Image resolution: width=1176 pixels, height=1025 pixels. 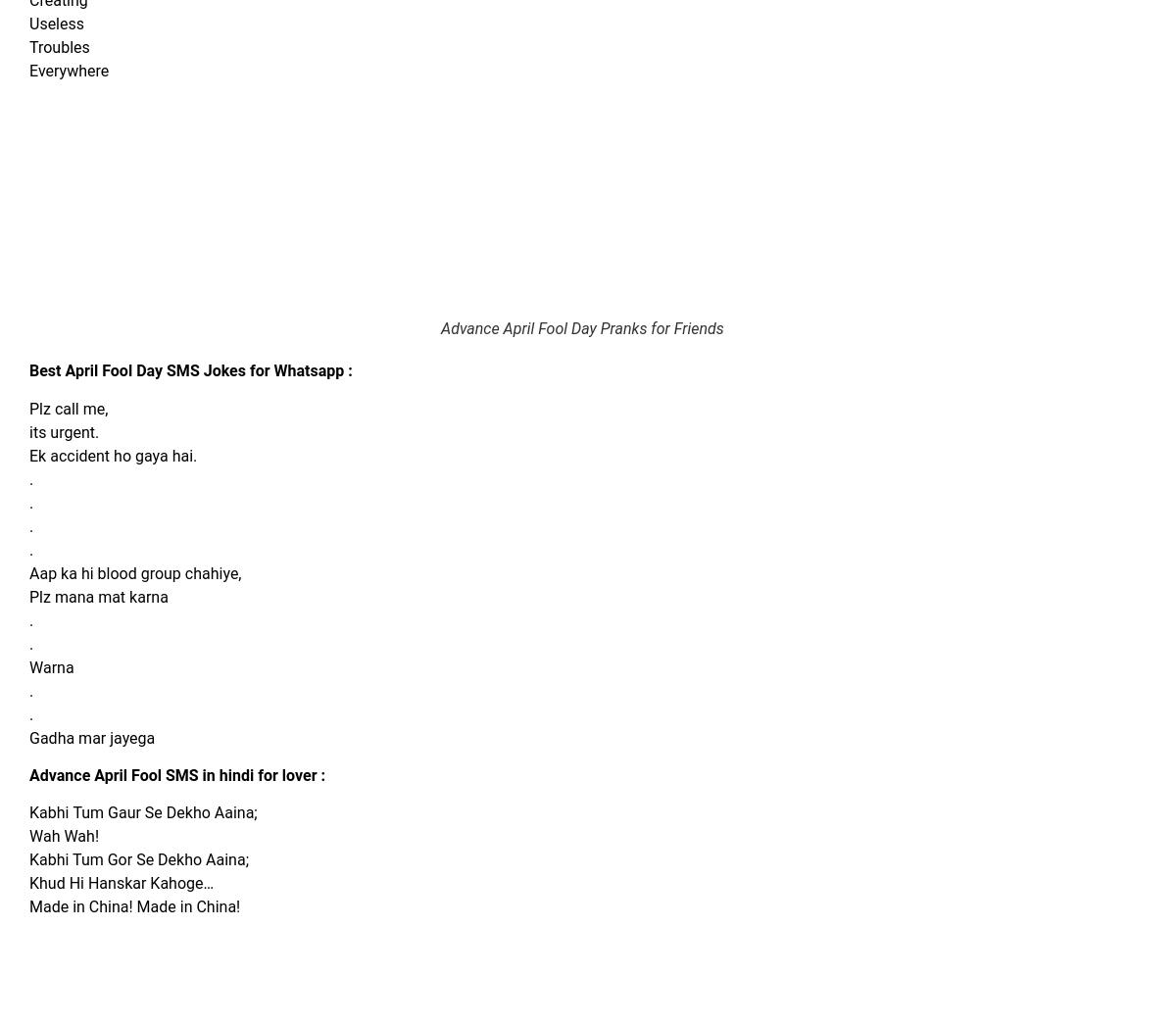 What do you see at coordinates (64, 835) in the screenshot?
I see `'Wah Wah!'` at bounding box center [64, 835].